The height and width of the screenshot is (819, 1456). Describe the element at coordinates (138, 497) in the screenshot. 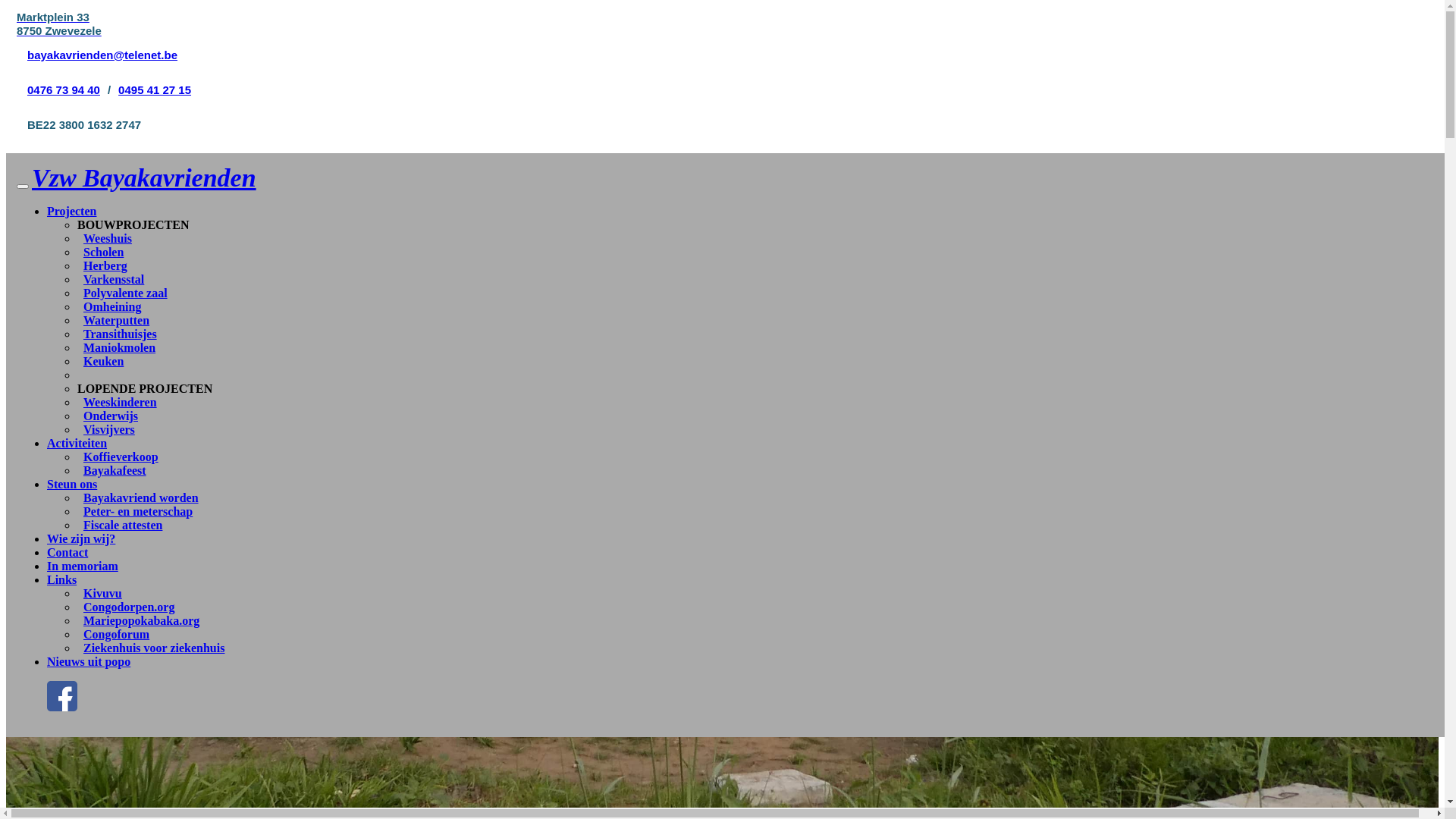

I see `'Bayakavriend worden'` at that location.